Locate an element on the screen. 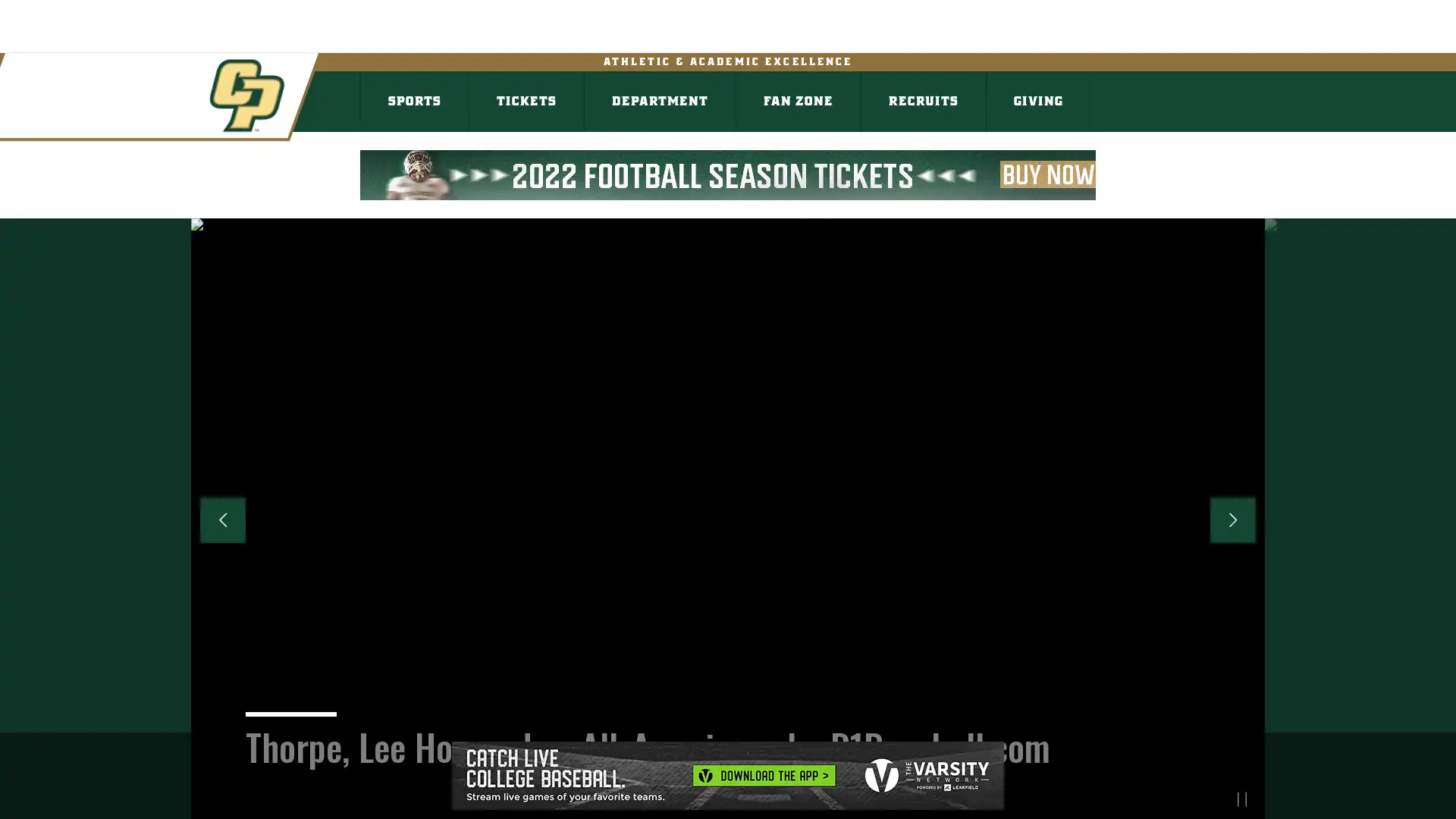  Navigate to slide 2 is located at coordinates (686, 798).